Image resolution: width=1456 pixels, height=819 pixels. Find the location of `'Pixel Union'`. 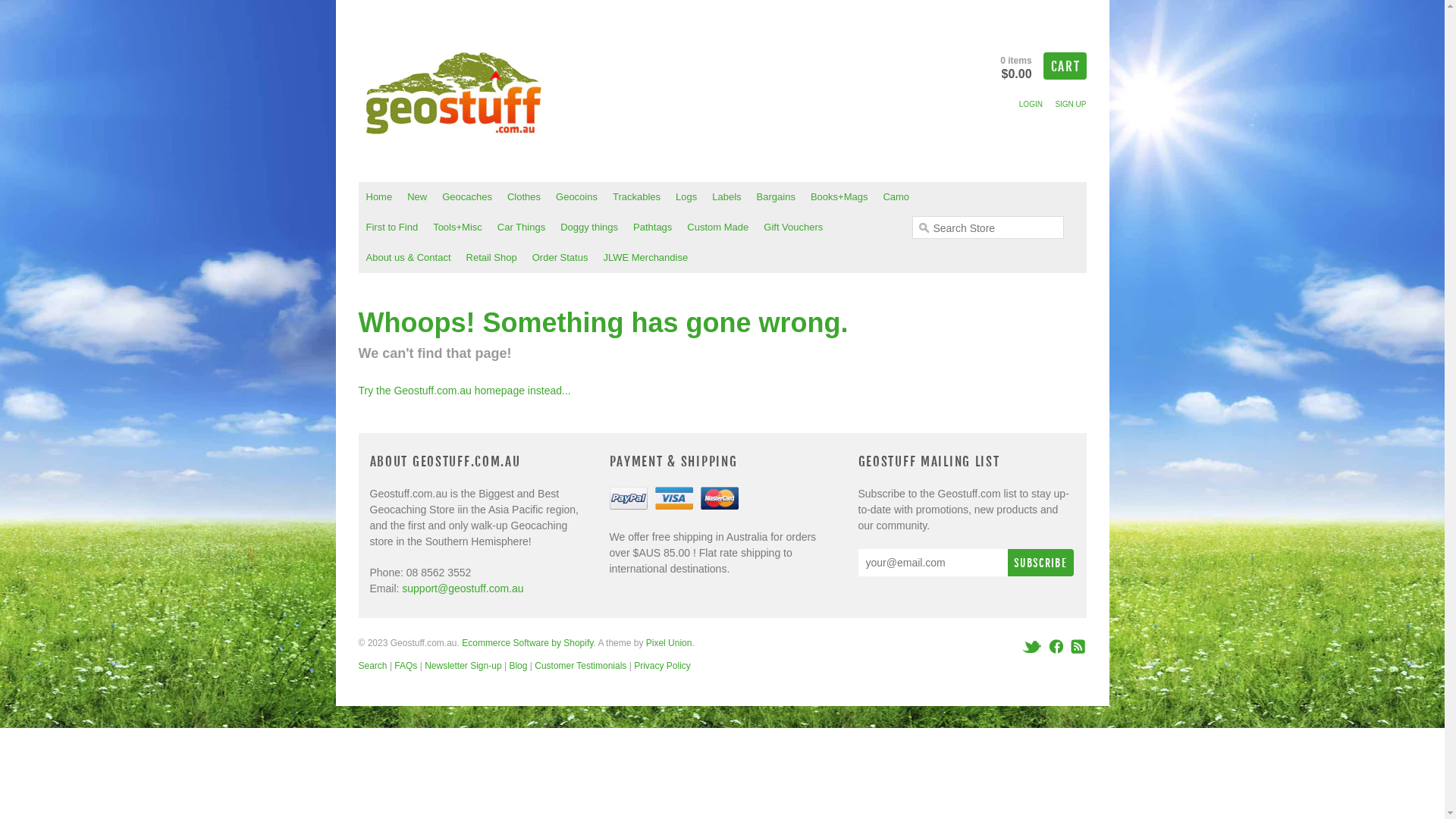

'Pixel Union' is located at coordinates (668, 643).